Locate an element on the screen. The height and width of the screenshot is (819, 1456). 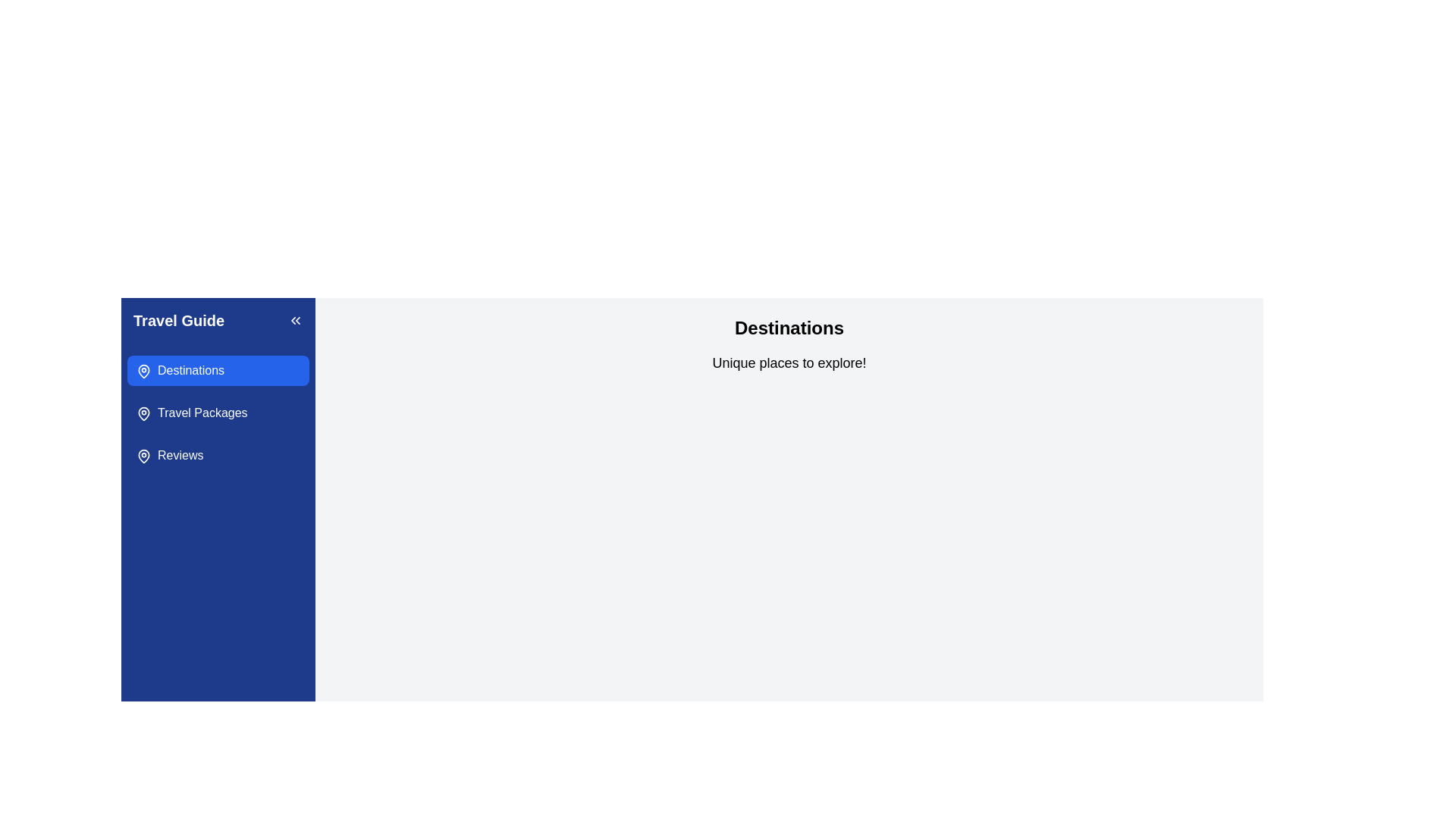
the navigational button located in the left sidebar, specifically positioned below the 'Travel Packages' button, to interact with its hover effects is located at coordinates (218, 455).